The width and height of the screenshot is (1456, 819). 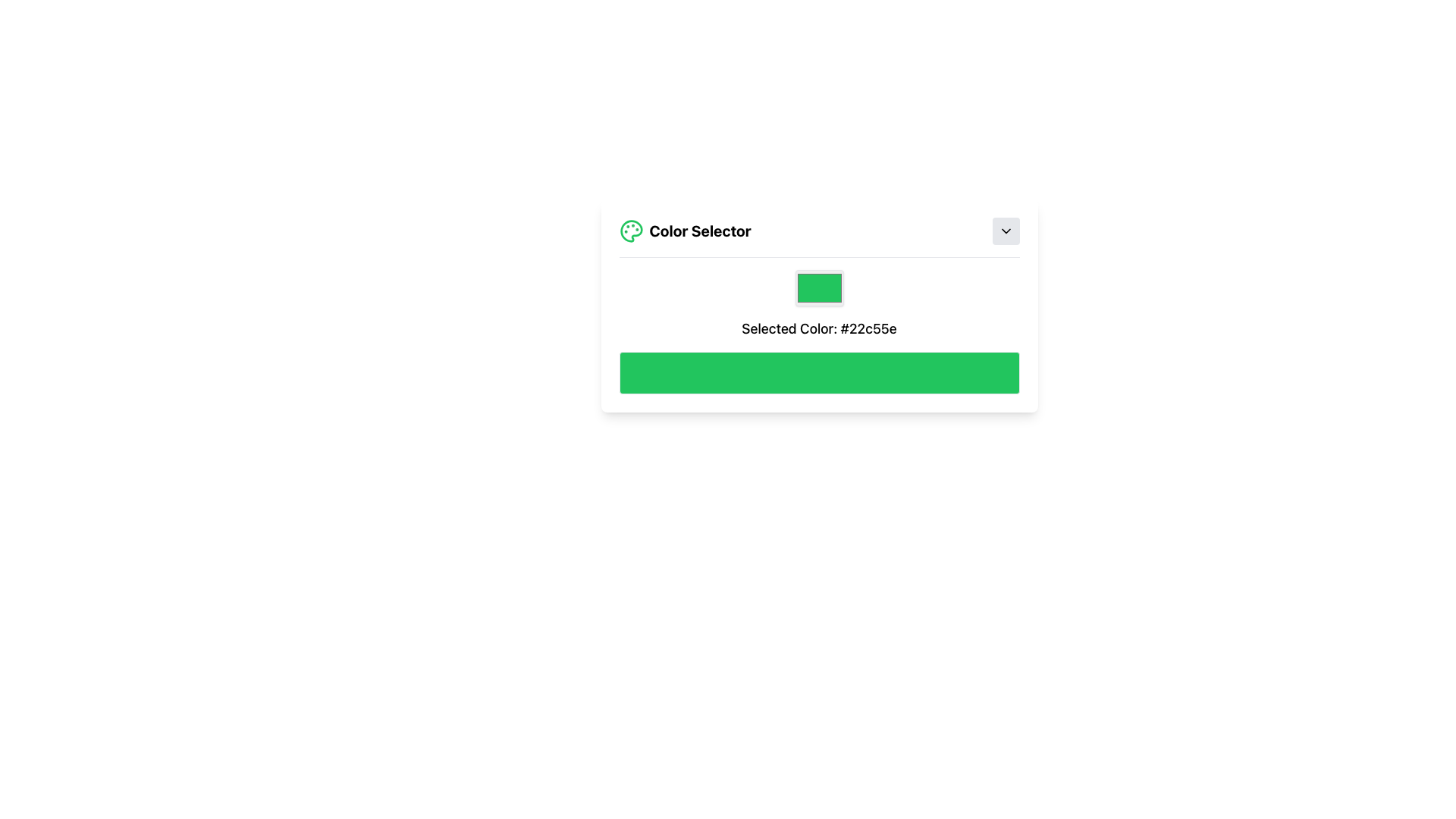 What do you see at coordinates (631, 231) in the screenshot?
I see `the color selection icon located as the leftmost component of the header section within the color selector panel` at bounding box center [631, 231].